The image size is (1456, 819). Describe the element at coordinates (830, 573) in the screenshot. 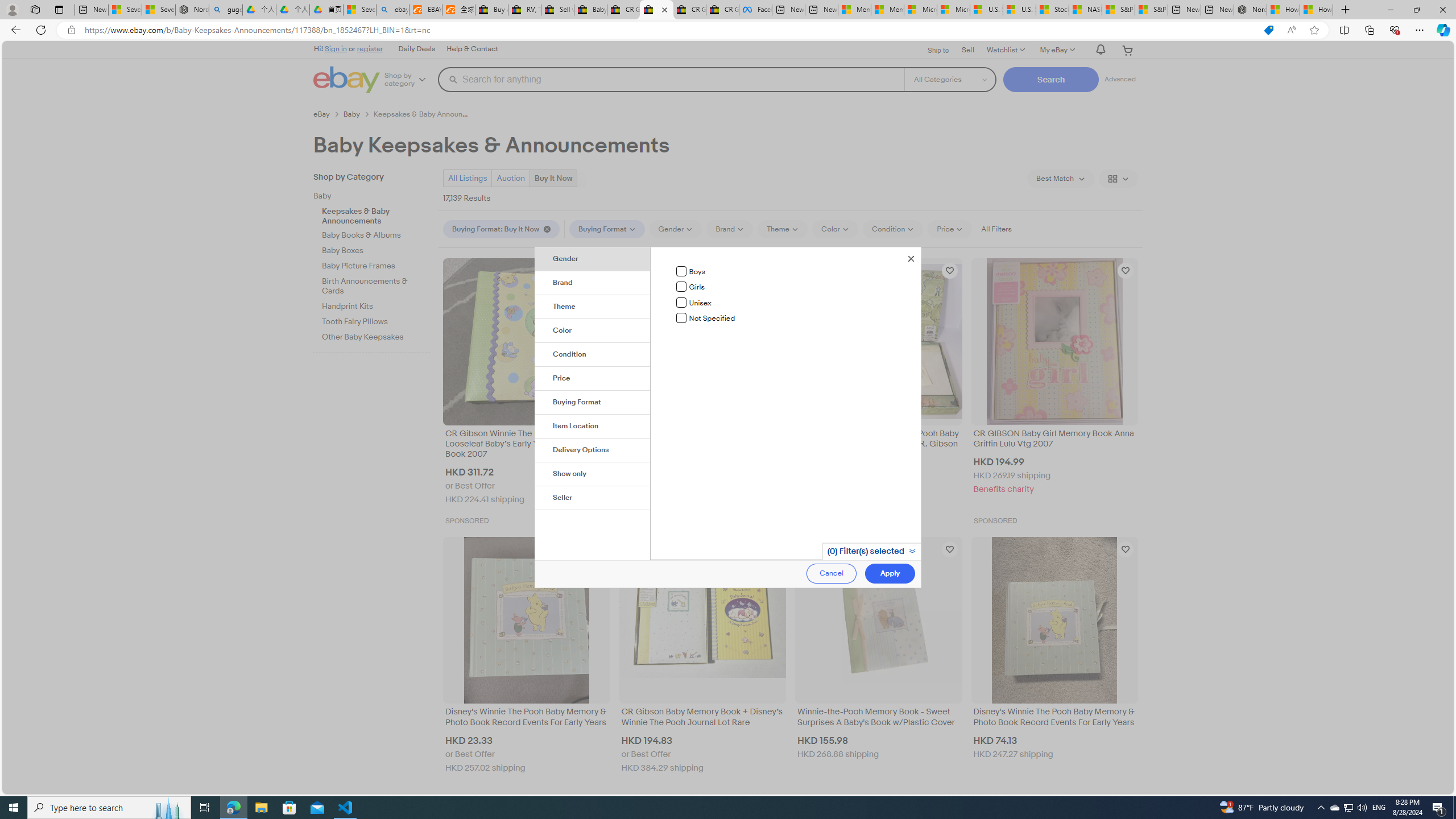

I see `'Cancel'` at that location.